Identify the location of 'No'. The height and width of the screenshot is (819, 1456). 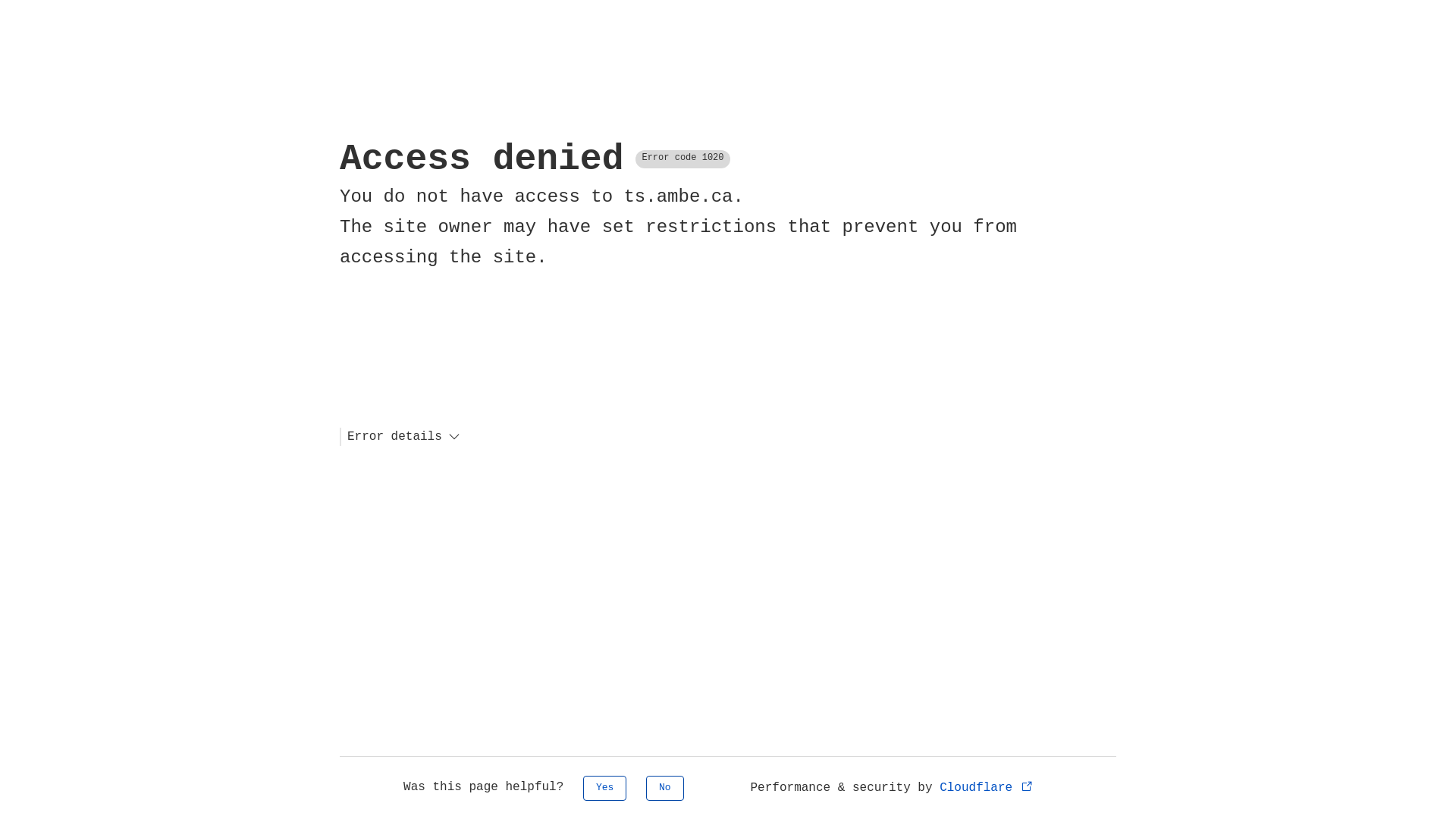
(665, 787).